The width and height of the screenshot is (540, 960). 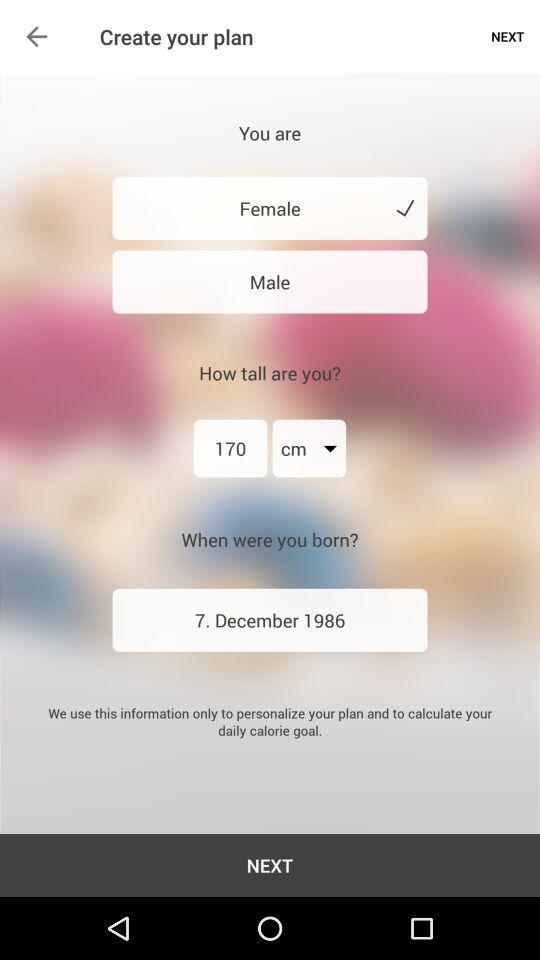 I want to click on icon below the when were you, so click(x=270, y=619).